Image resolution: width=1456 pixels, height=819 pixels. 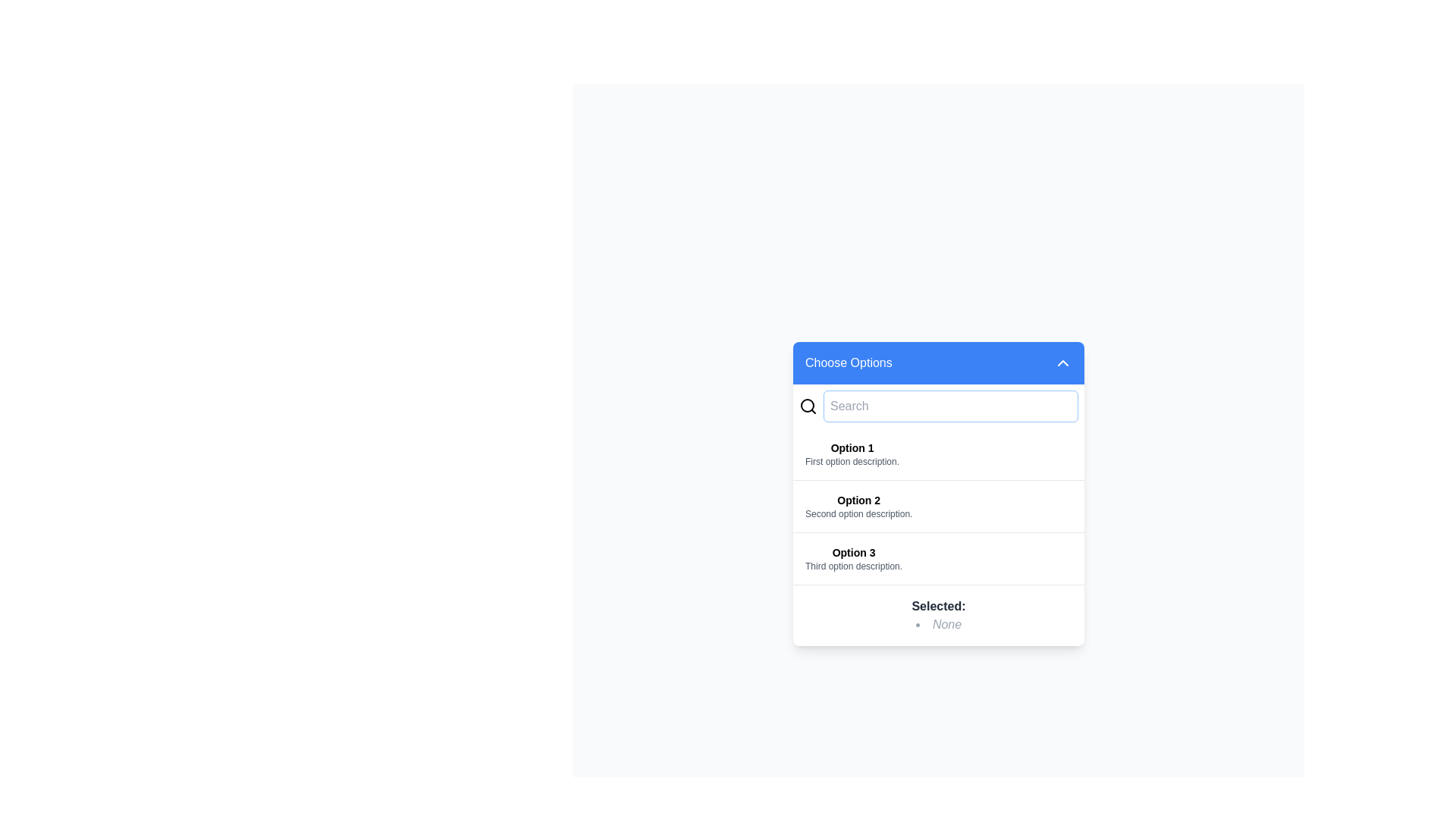 I want to click on the icon located at the upper-right corner of the blue header bar in the 'Choose Options' modal, so click(x=1062, y=362).